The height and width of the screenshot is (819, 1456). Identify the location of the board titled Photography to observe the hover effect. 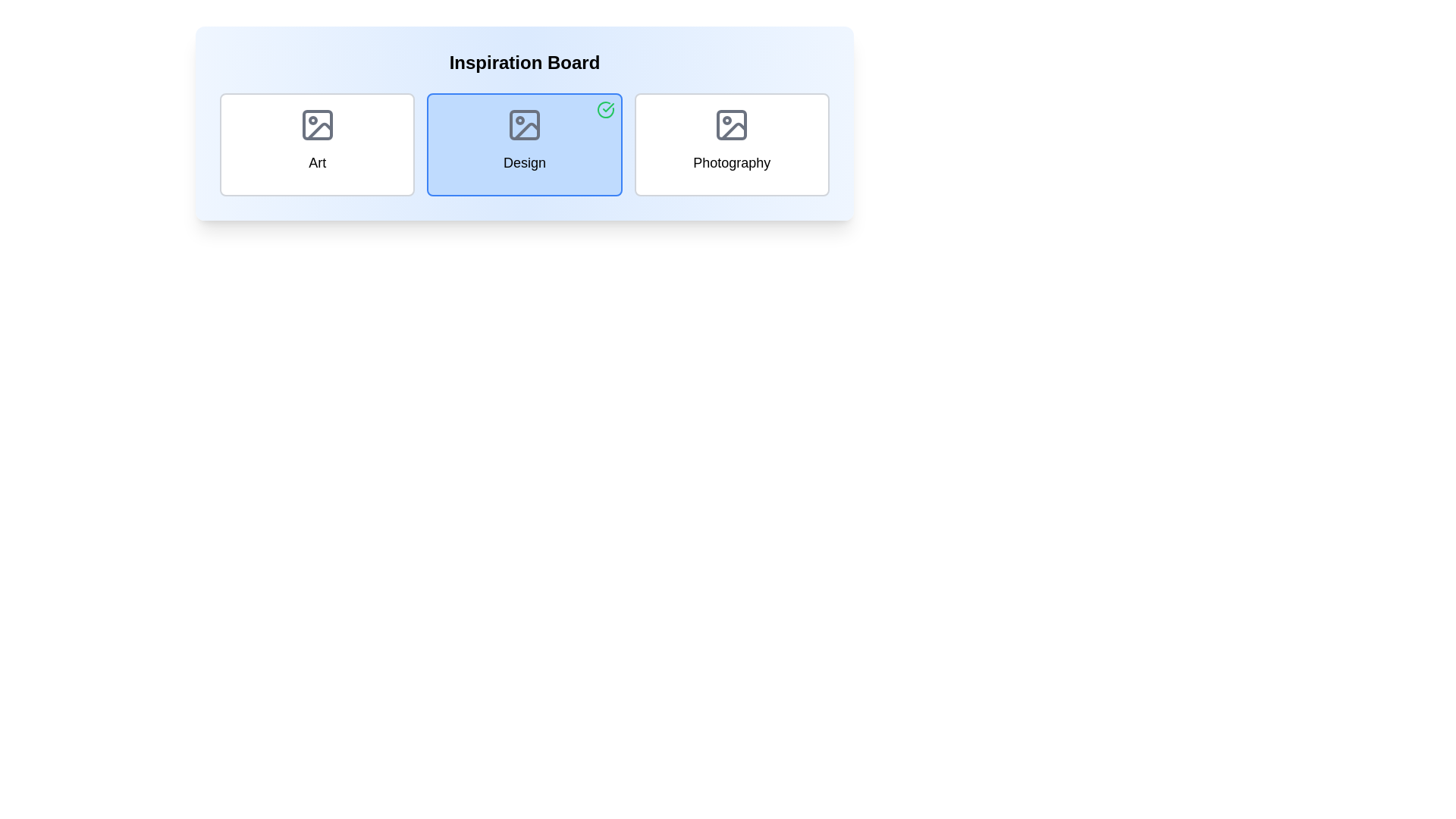
(732, 145).